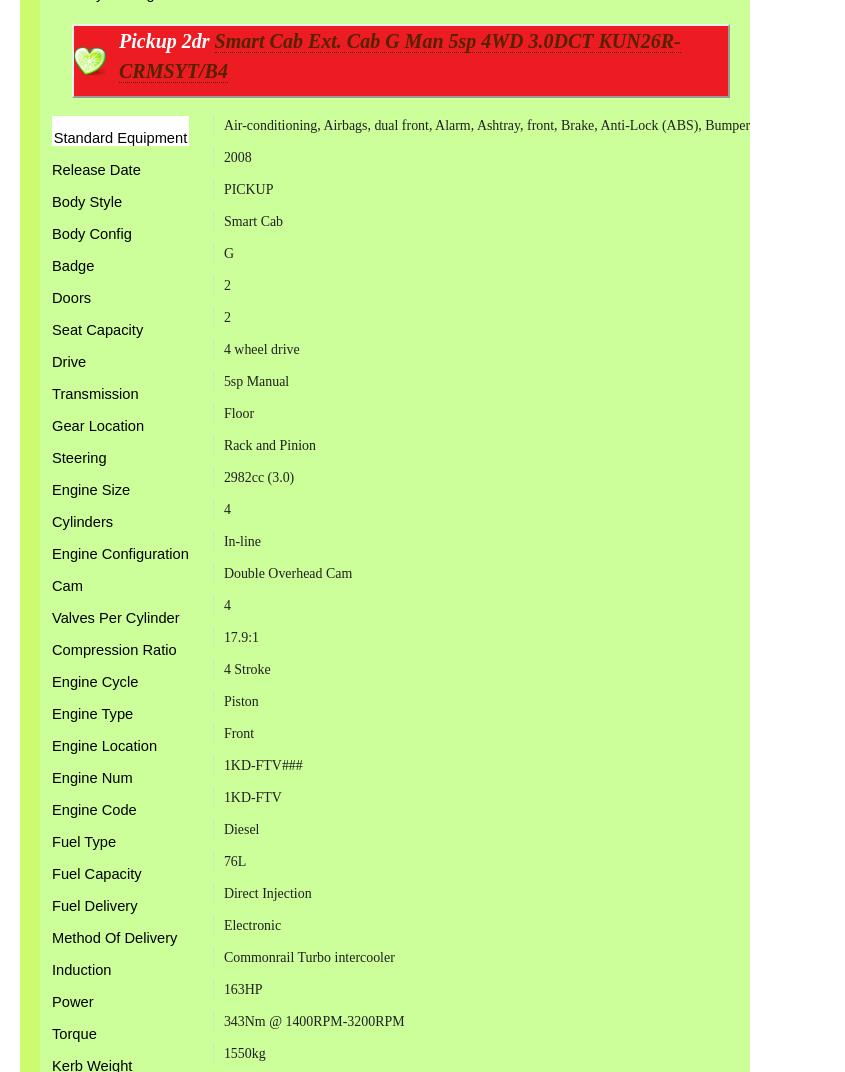  I want to click on 'Body Config', so click(91, 234).